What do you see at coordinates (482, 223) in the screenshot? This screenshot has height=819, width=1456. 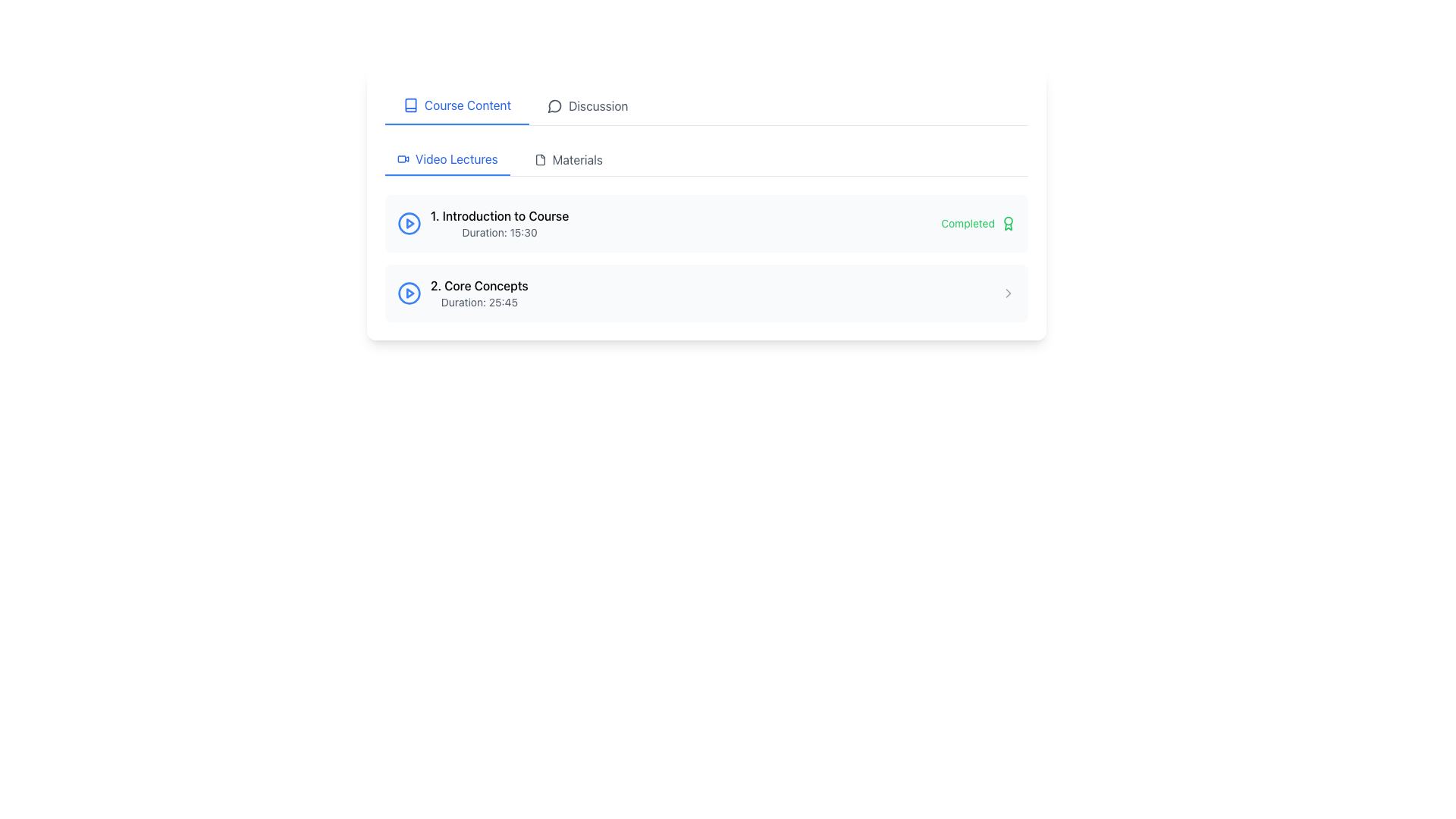 I see `duration information of the first item in the 'Video Lectures' section, which is a composite component containing a play icon, a title '1. Introduction to Course', and a subtitle with the duration 'Duration: 15:30'` at bounding box center [482, 223].